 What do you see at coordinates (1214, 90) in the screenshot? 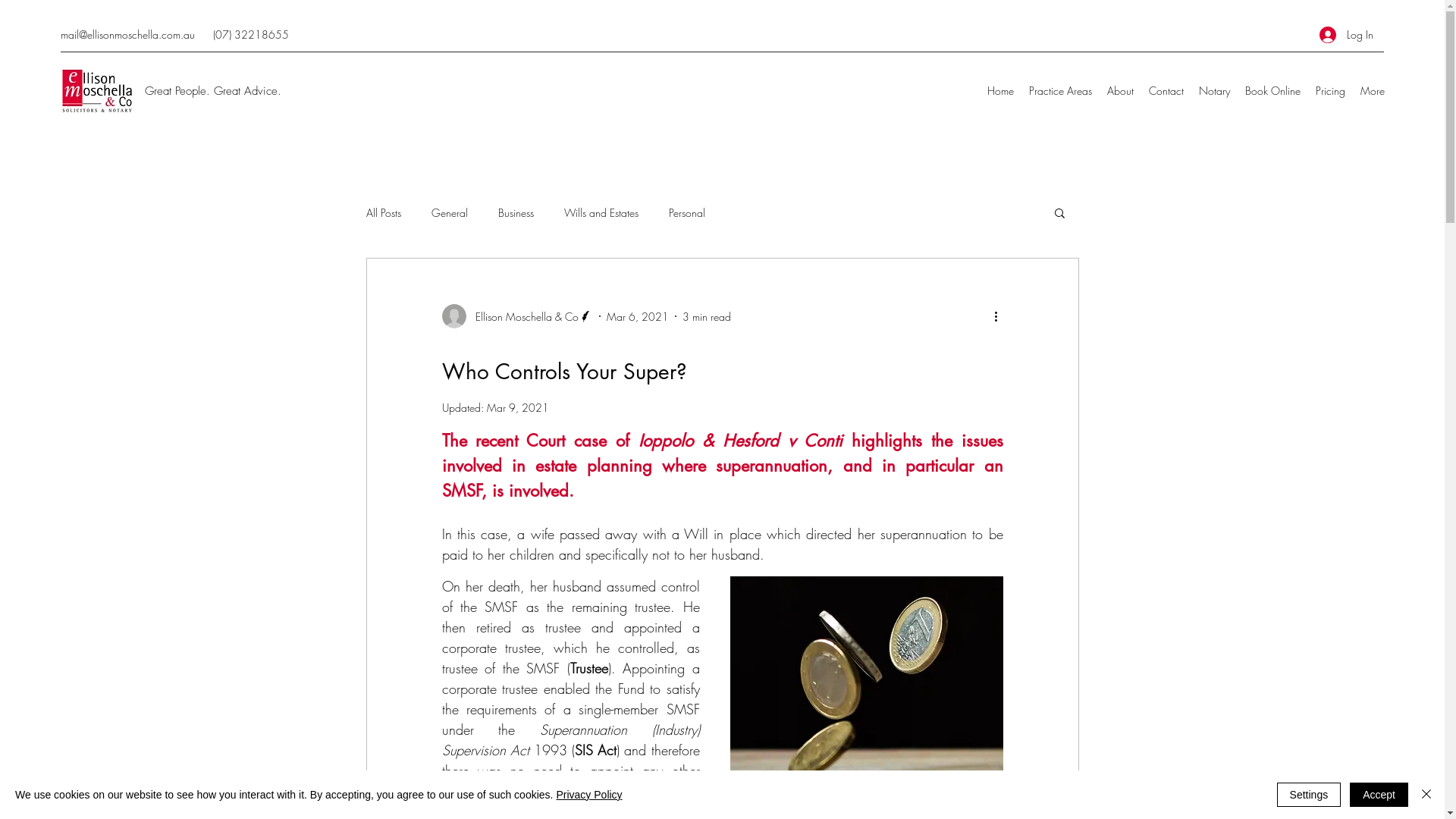
I see `'Notary'` at bounding box center [1214, 90].